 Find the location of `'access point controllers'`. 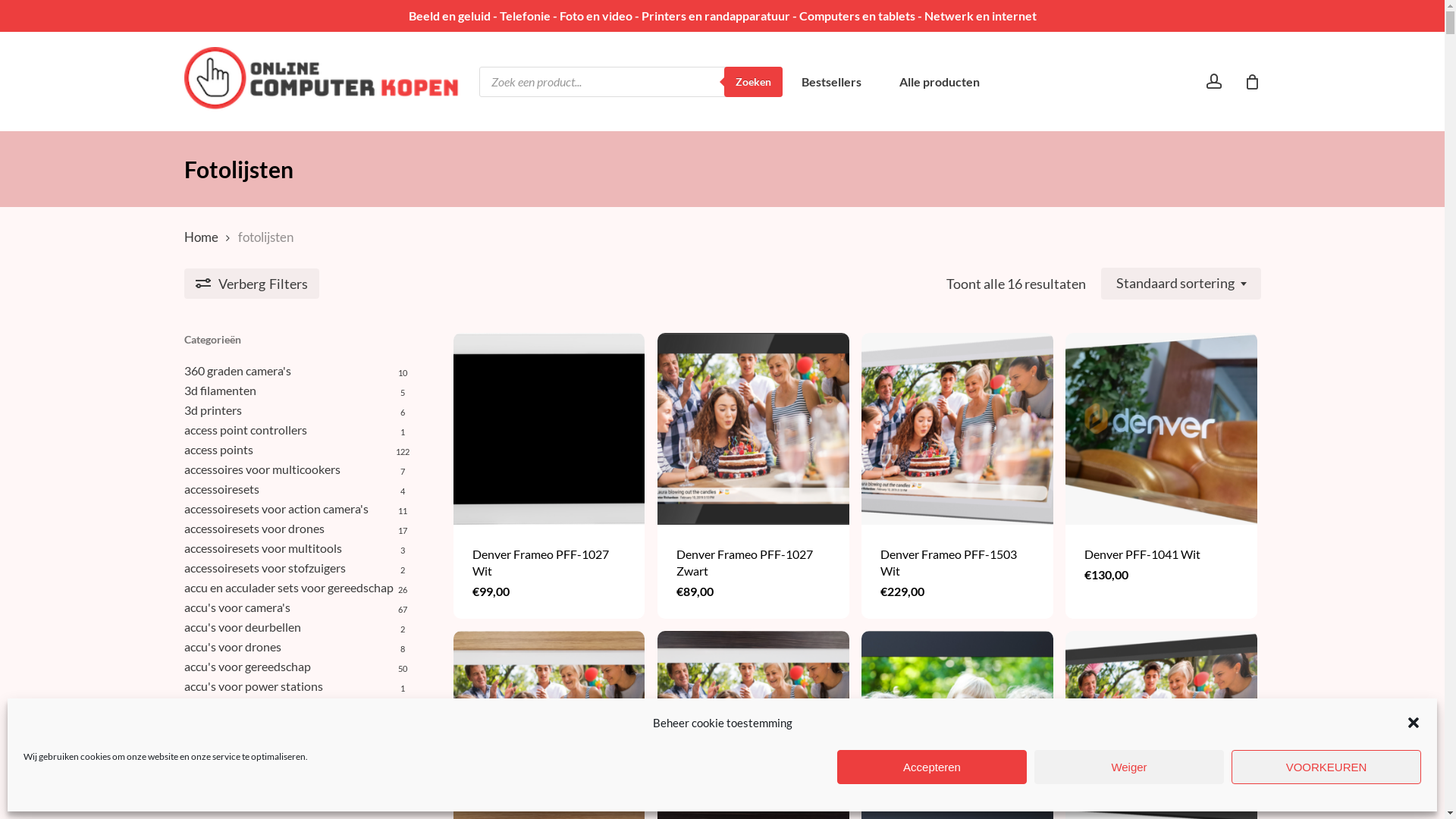

'access point controllers' is located at coordinates (296, 430).